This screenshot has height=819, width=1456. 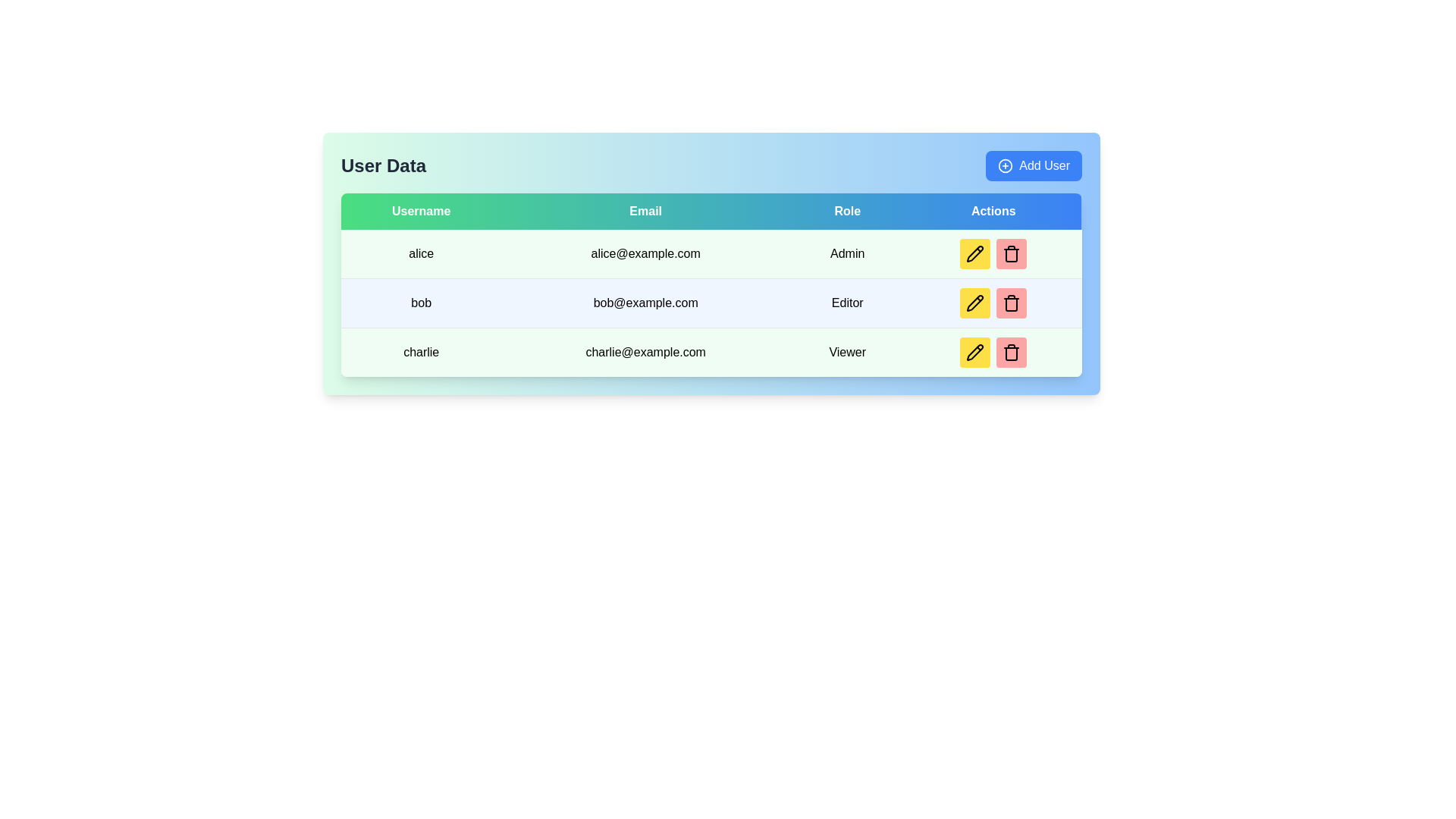 I want to click on the 'Add User' button, which is a rectangular button with rounded corners, blue background, and white text, located at the top-right corner of the 'User Data' section, so click(x=1033, y=166).